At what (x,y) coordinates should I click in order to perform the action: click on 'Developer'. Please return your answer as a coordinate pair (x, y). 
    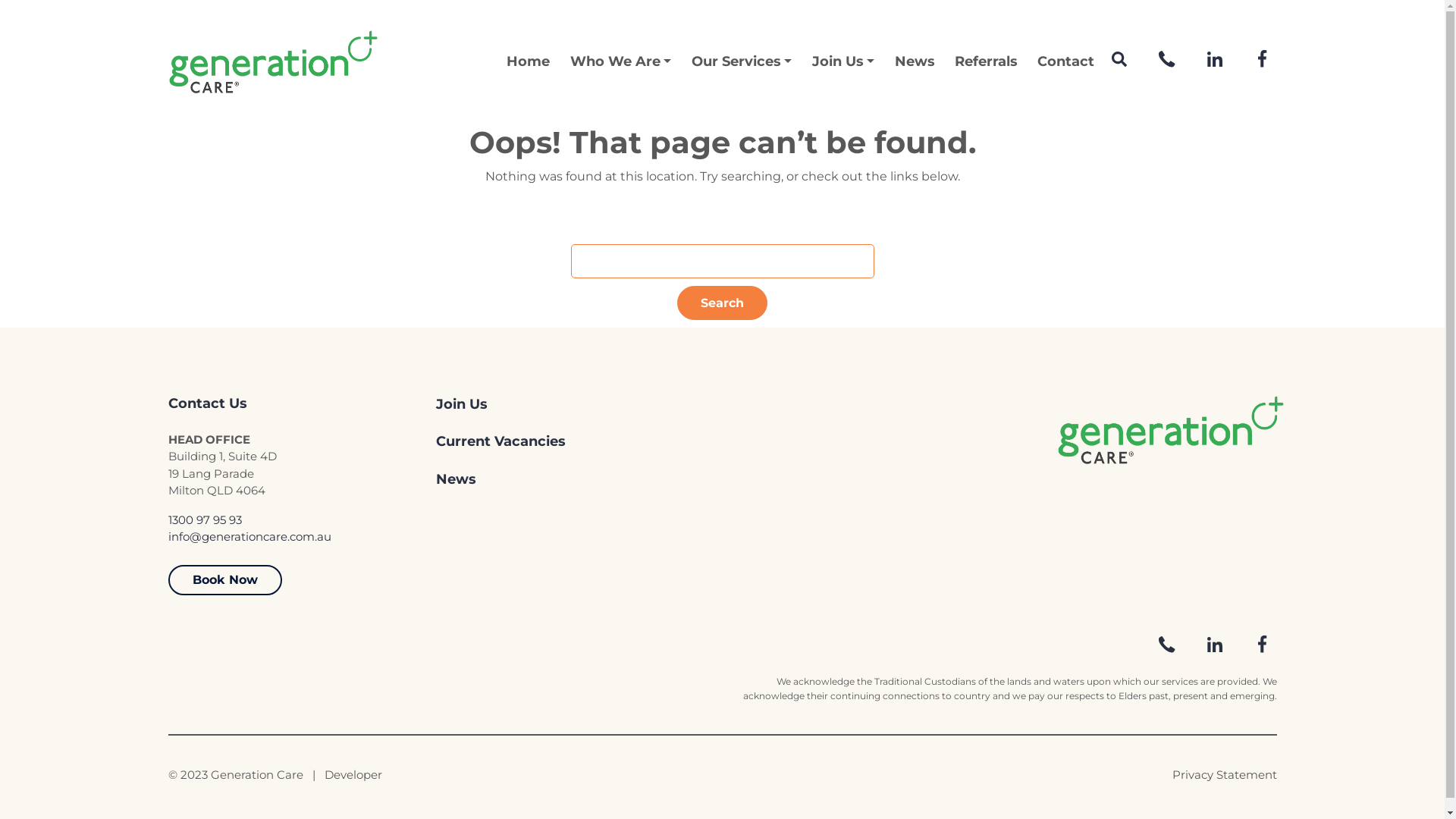
    Looking at the image, I should click on (352, 774).